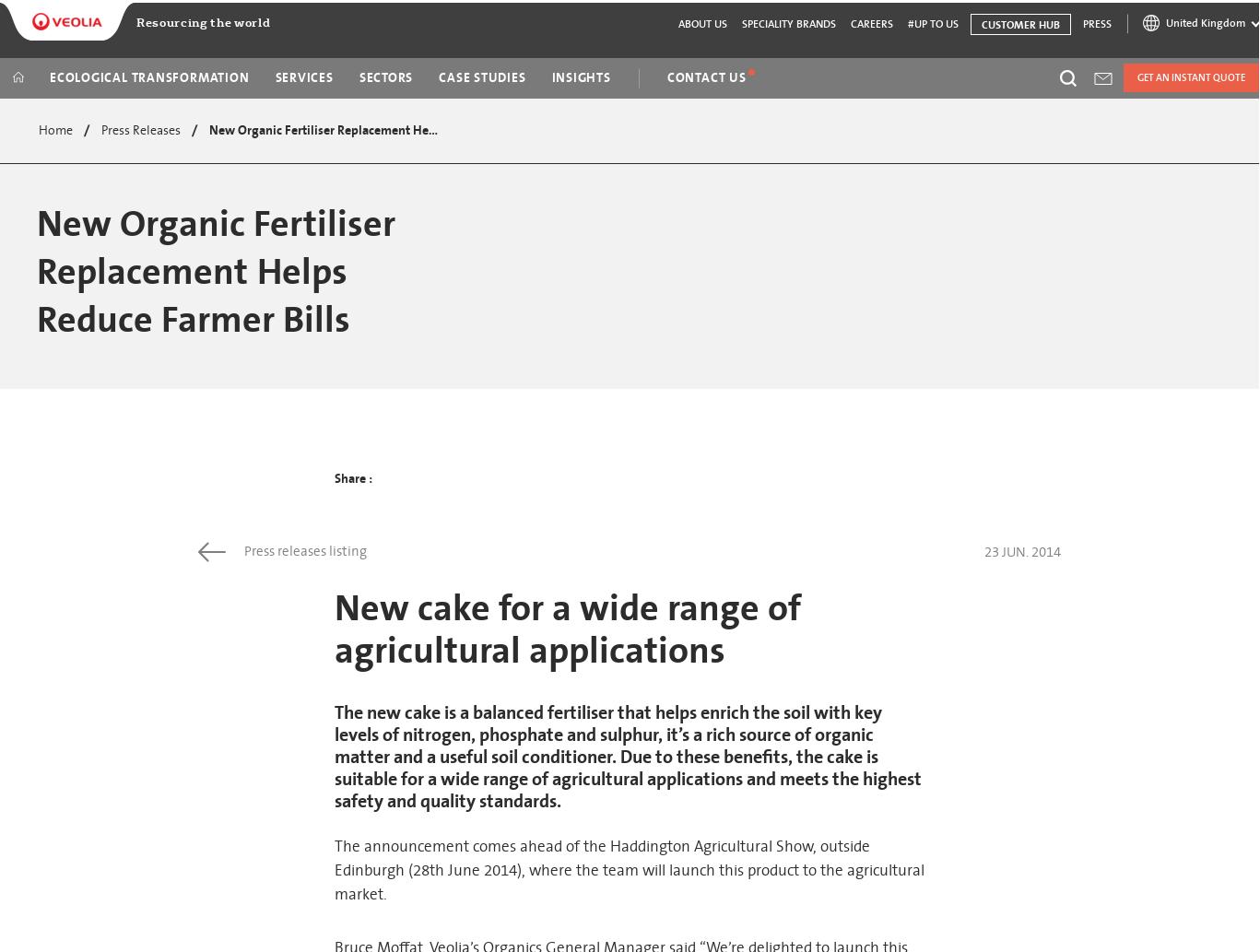 The image size is (1260, 952). I want to click on 'Press Releases', so click(139, 130).